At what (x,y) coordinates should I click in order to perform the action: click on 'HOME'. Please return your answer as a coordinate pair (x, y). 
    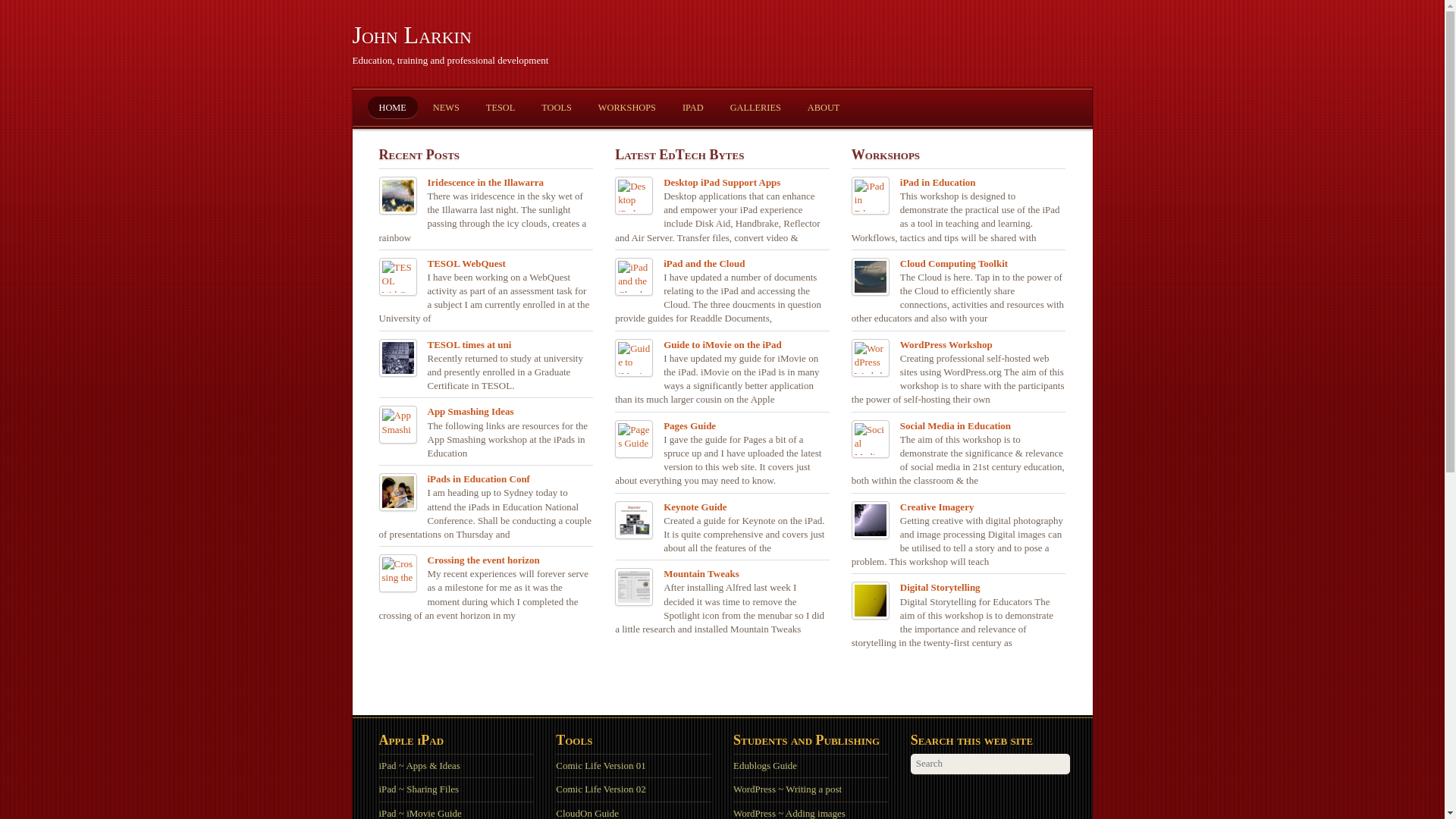
    Looking at the image, I should click on (392, 107).